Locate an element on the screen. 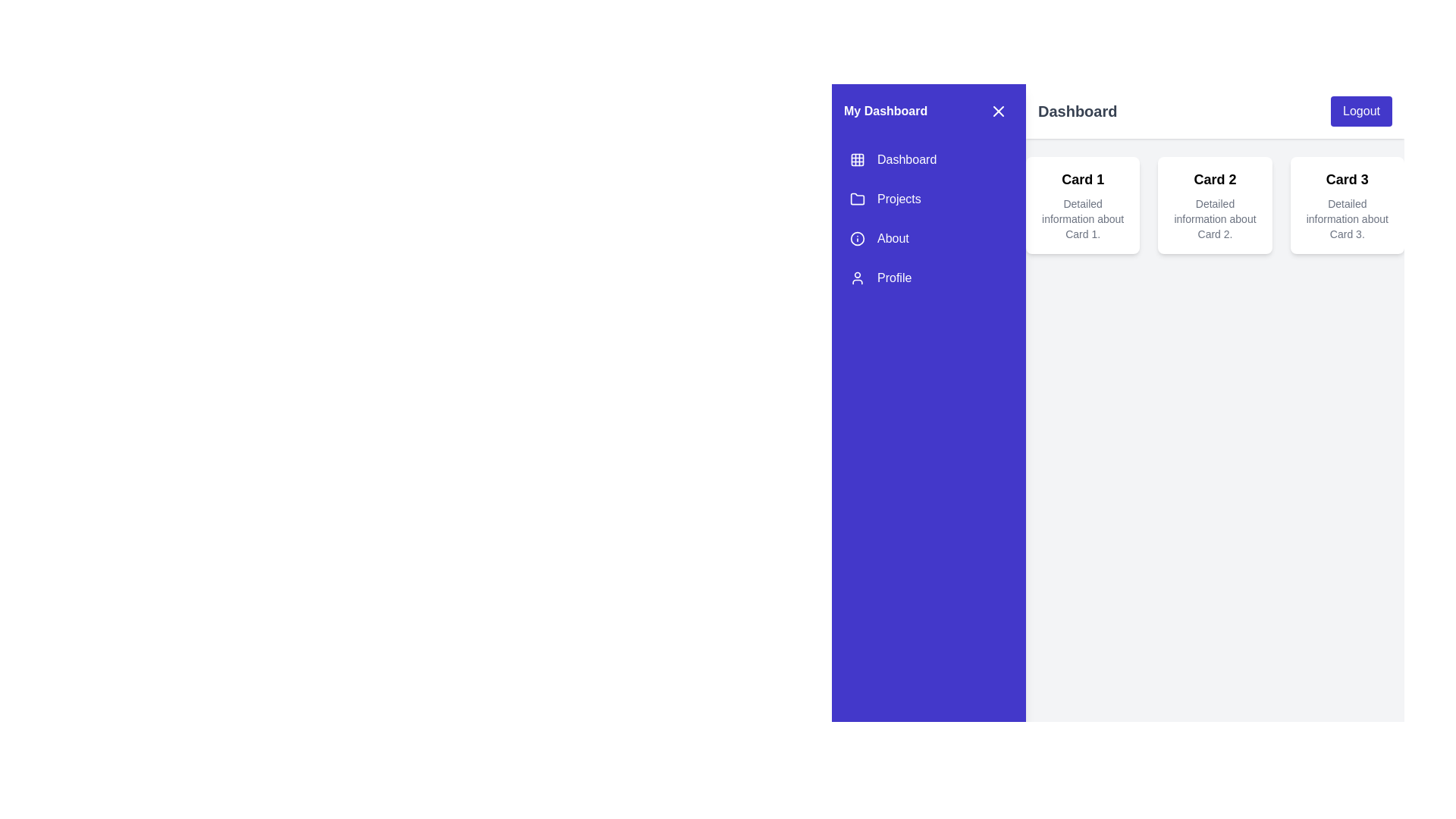 This screenshot has width=1456, height=819. the 'Projects' navigation link located as the second item in the vertical navigation list, positioned below 'Dashboard' and above 'About' is located at coordinates (927, 198).